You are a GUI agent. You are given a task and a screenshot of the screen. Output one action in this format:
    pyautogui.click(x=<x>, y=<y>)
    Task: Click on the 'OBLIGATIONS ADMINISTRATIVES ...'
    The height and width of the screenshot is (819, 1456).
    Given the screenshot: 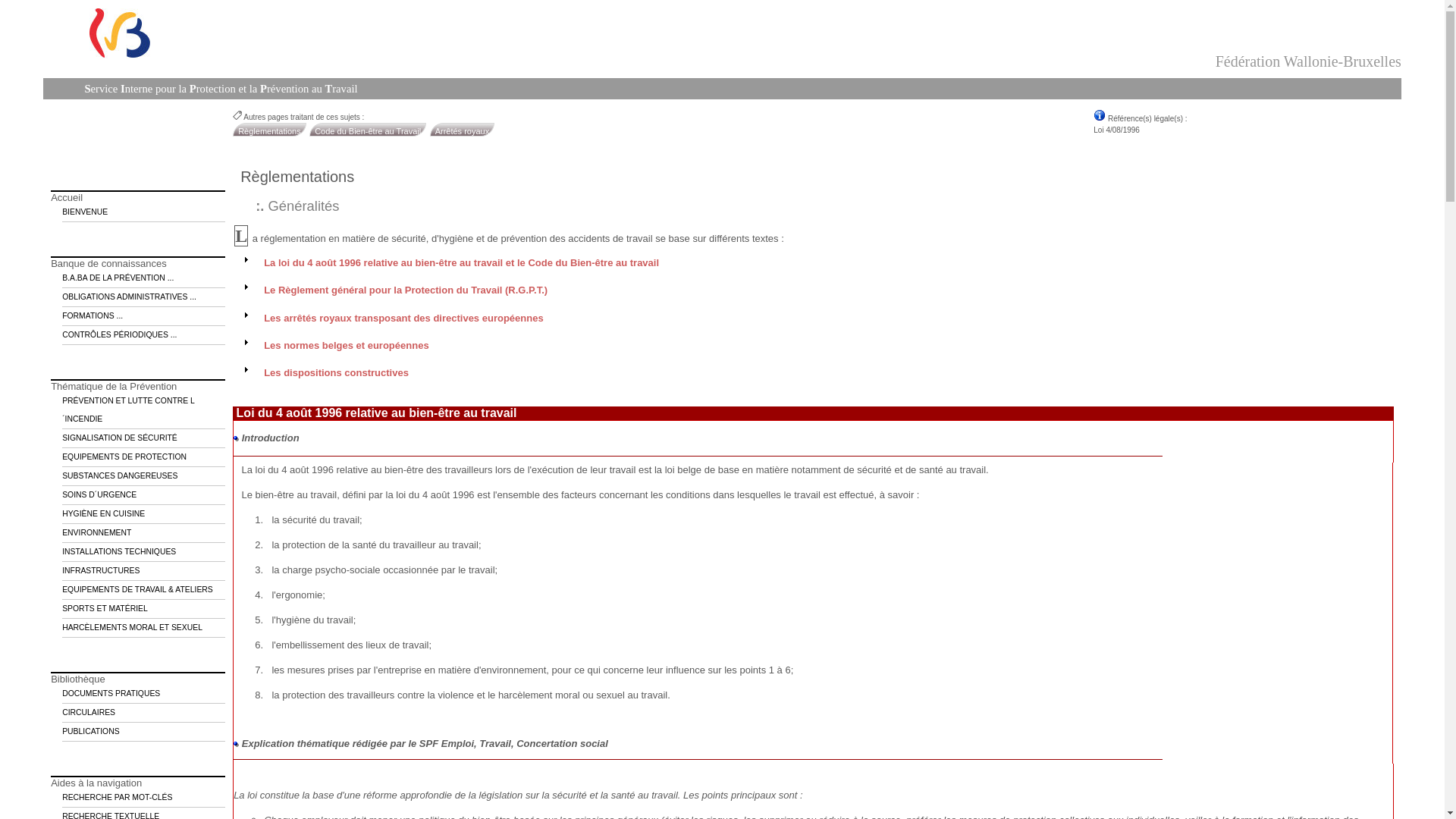 What is the action you would take?
    pyautogui.click(x=143, y=297)
    